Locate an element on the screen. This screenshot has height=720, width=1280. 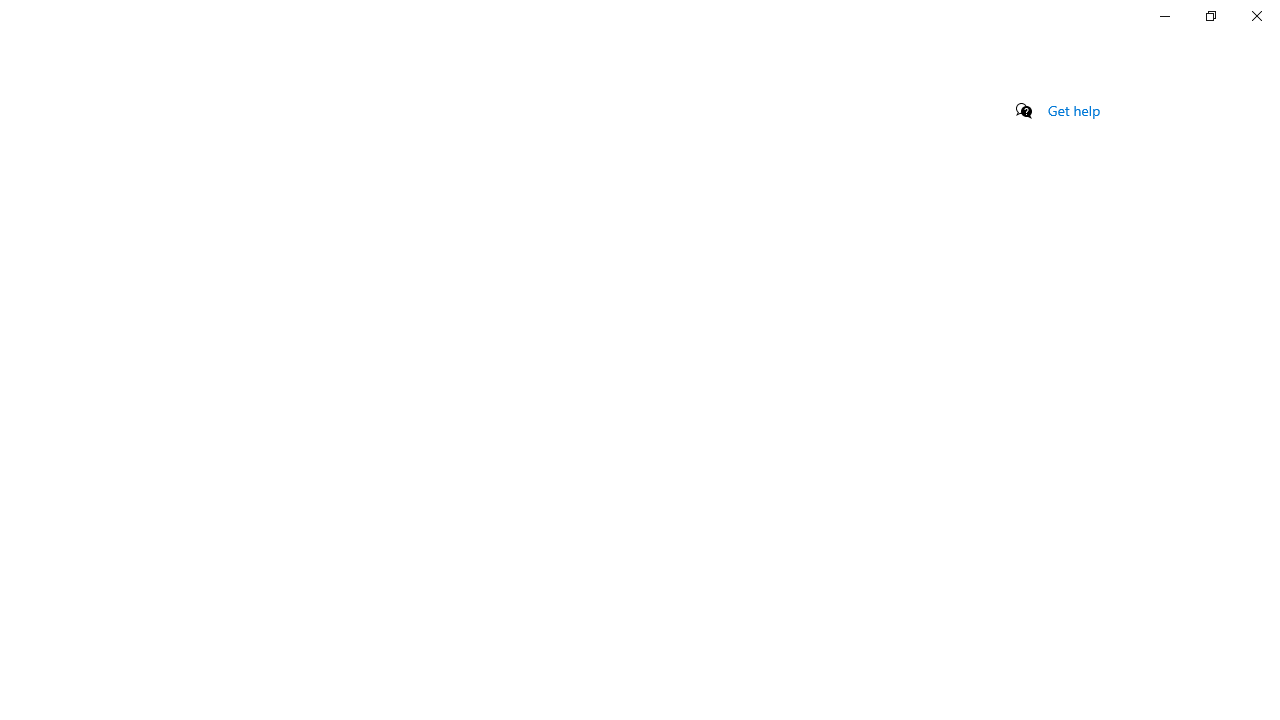
'Minimize Settings' is located at coordinates (1164, 15).